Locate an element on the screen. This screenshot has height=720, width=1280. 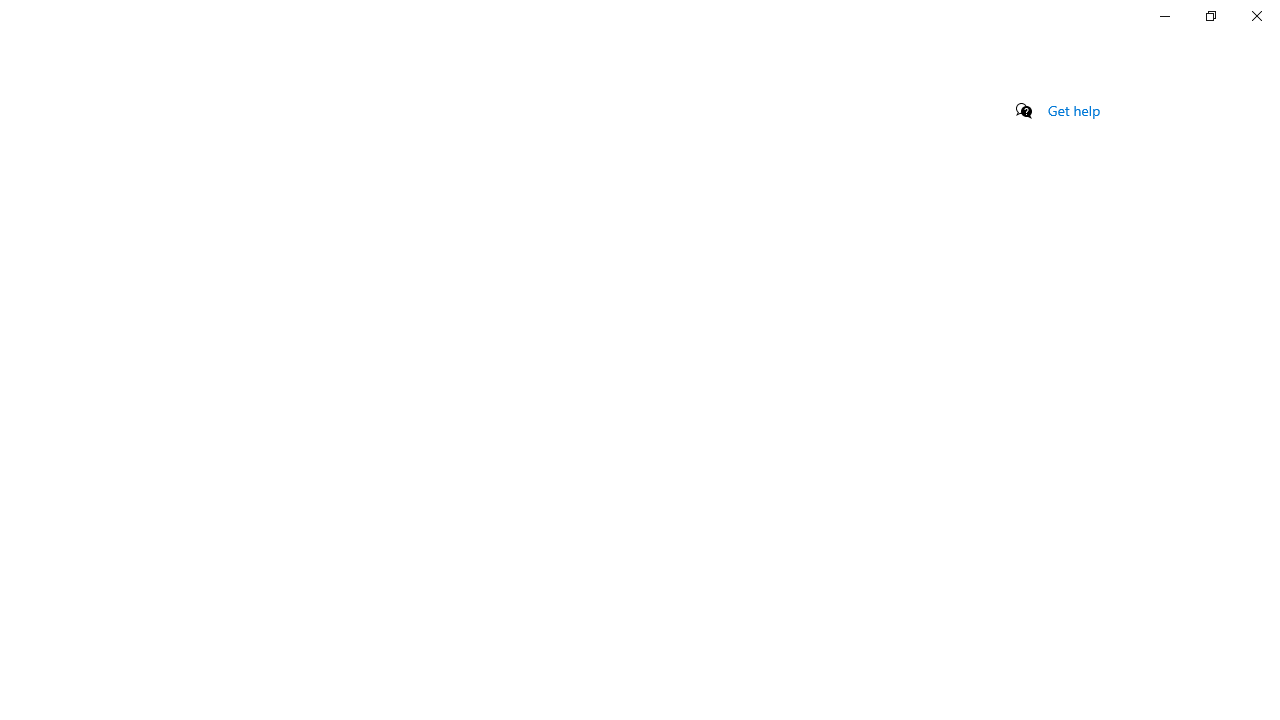
'Minimize Settings' is located at coordinates (1164, 15).